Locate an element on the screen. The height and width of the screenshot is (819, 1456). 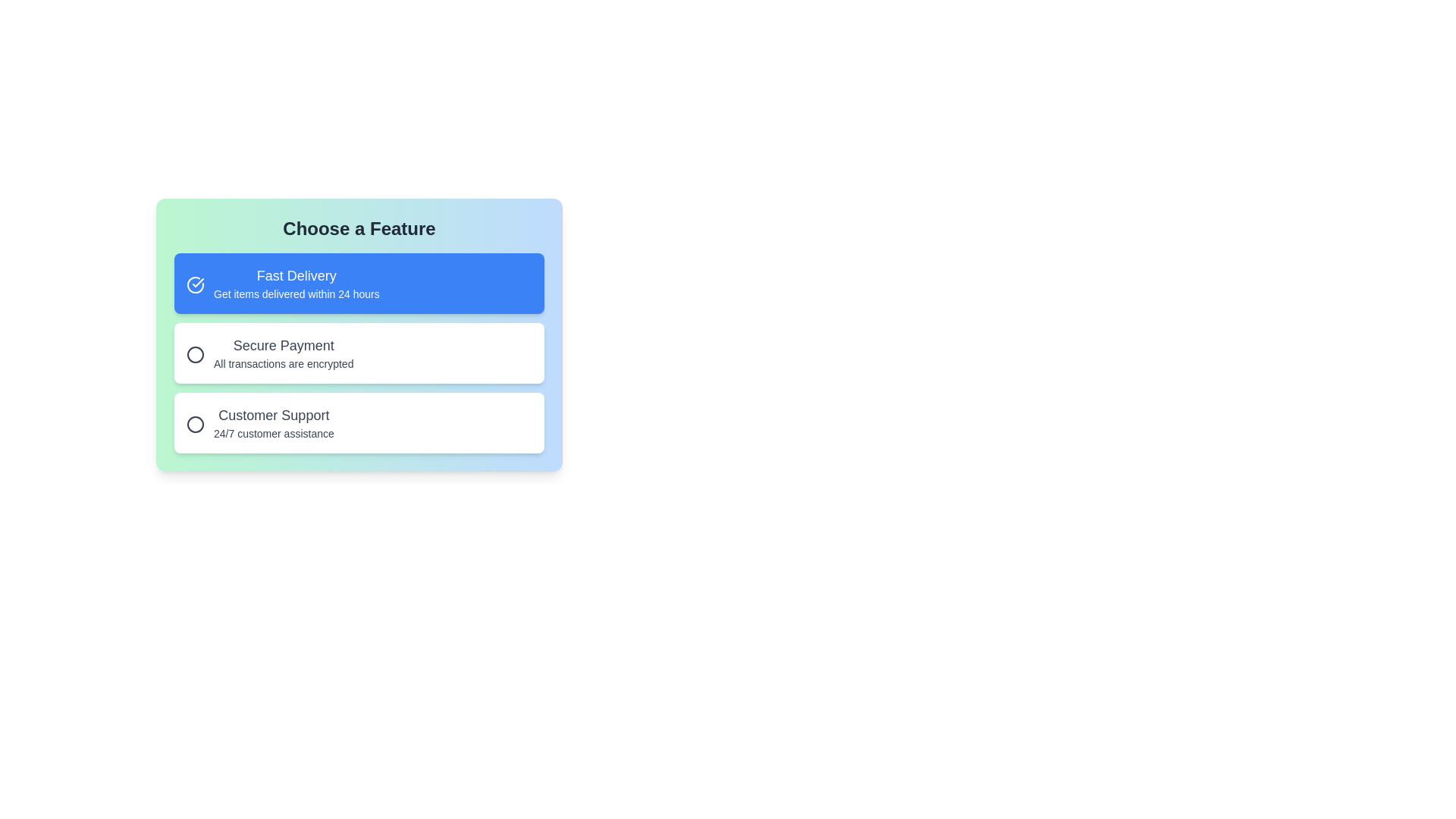
text block that contains the phrases 'Secure Payment' and 'All transactions are encrypted', located in the second option box below 'Fast Delivery' and above 'Customer Support' is located at coordinates (284, 353).